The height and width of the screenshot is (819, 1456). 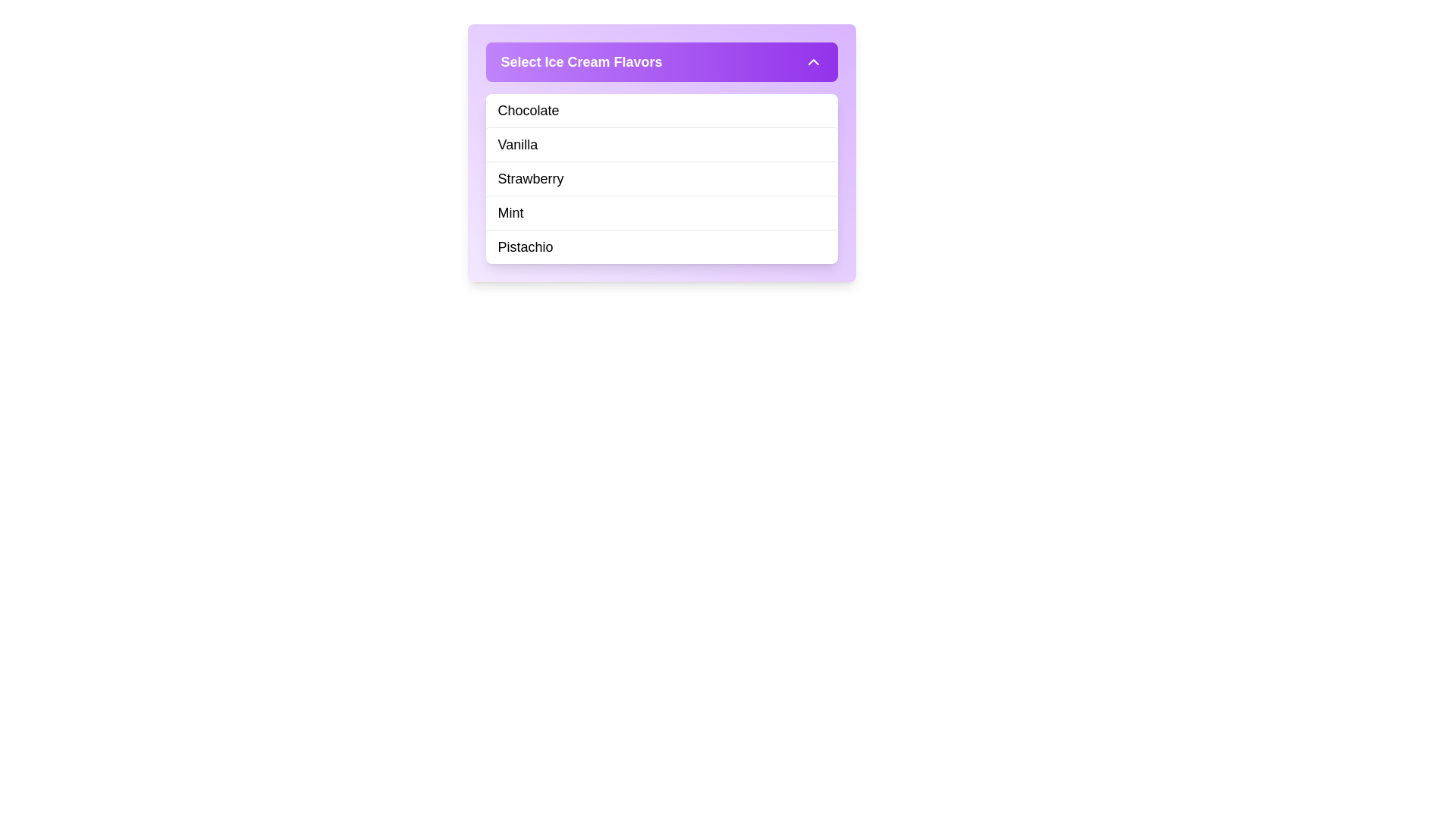 What do you see at coordinates (510, 213) in the screenshot?
I see `the text label displaying the word 'Mint', which is the fourth item in the vertical list of ice cream flavors, positioned between 'Strawberry' and 'Pistachio'` at bounding box center [510, 213].